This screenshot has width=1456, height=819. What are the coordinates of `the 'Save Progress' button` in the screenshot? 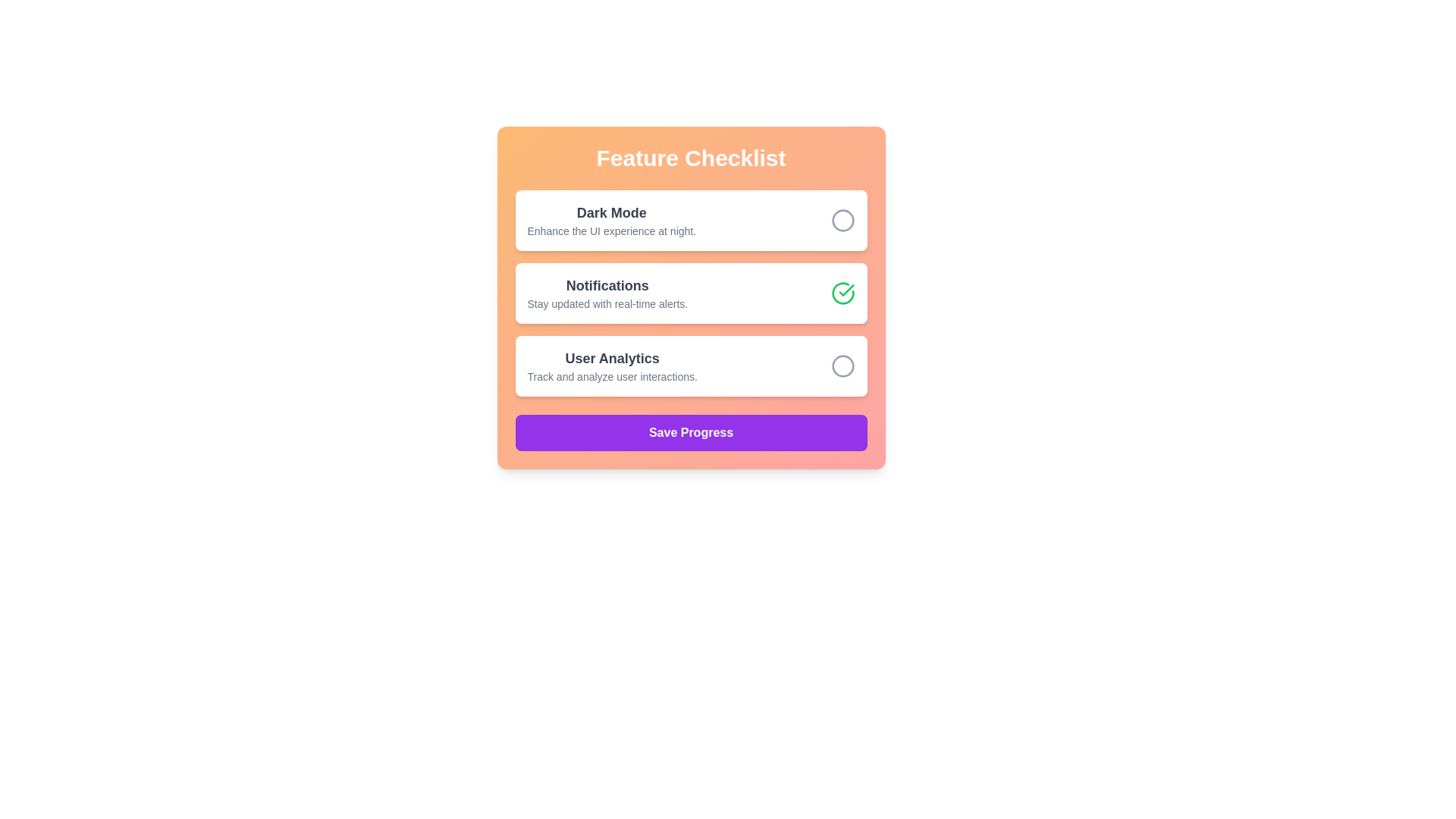 It's located at (690, 432).